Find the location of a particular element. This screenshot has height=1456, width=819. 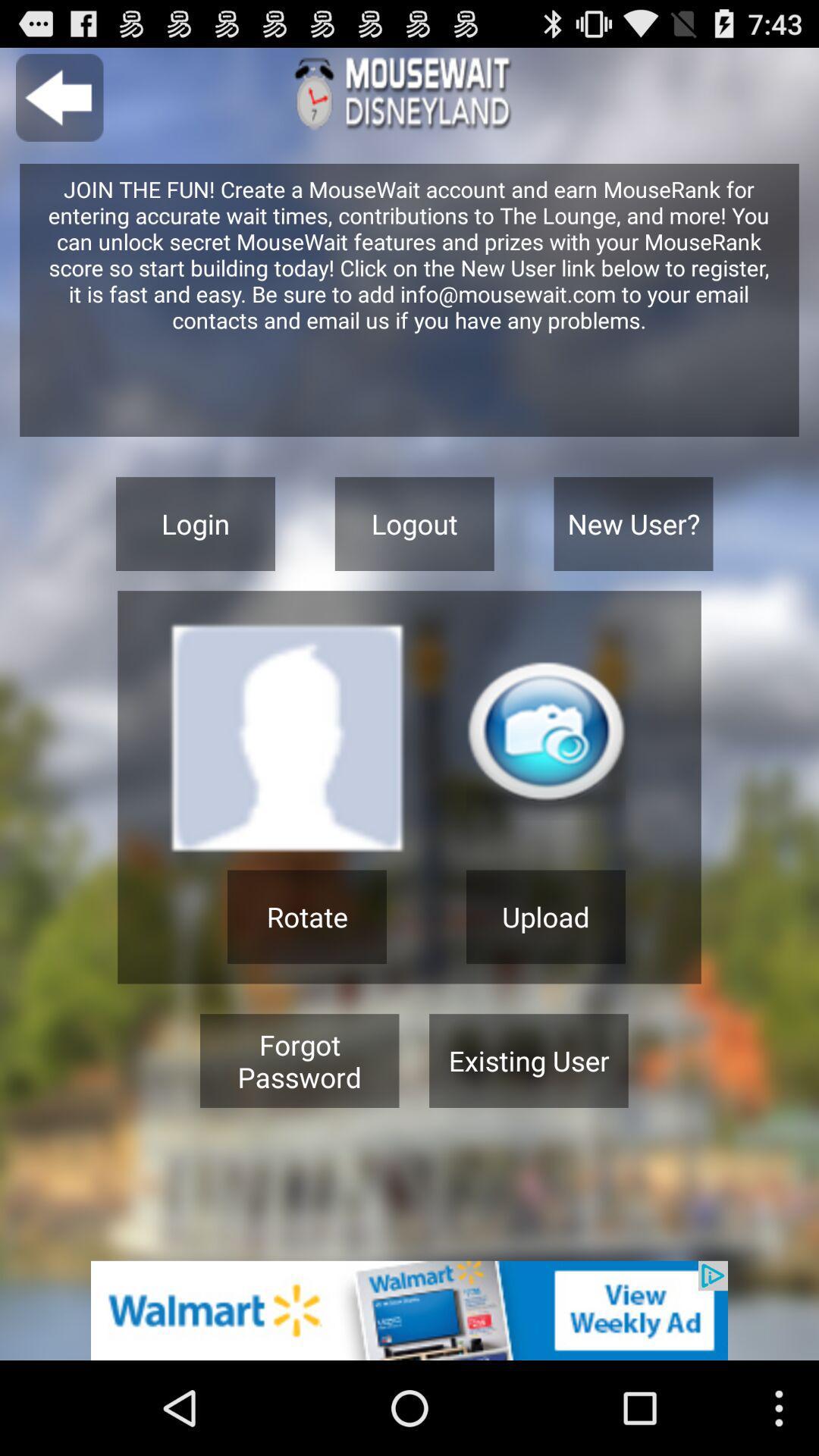

page back is located at coordinates (58, 97).